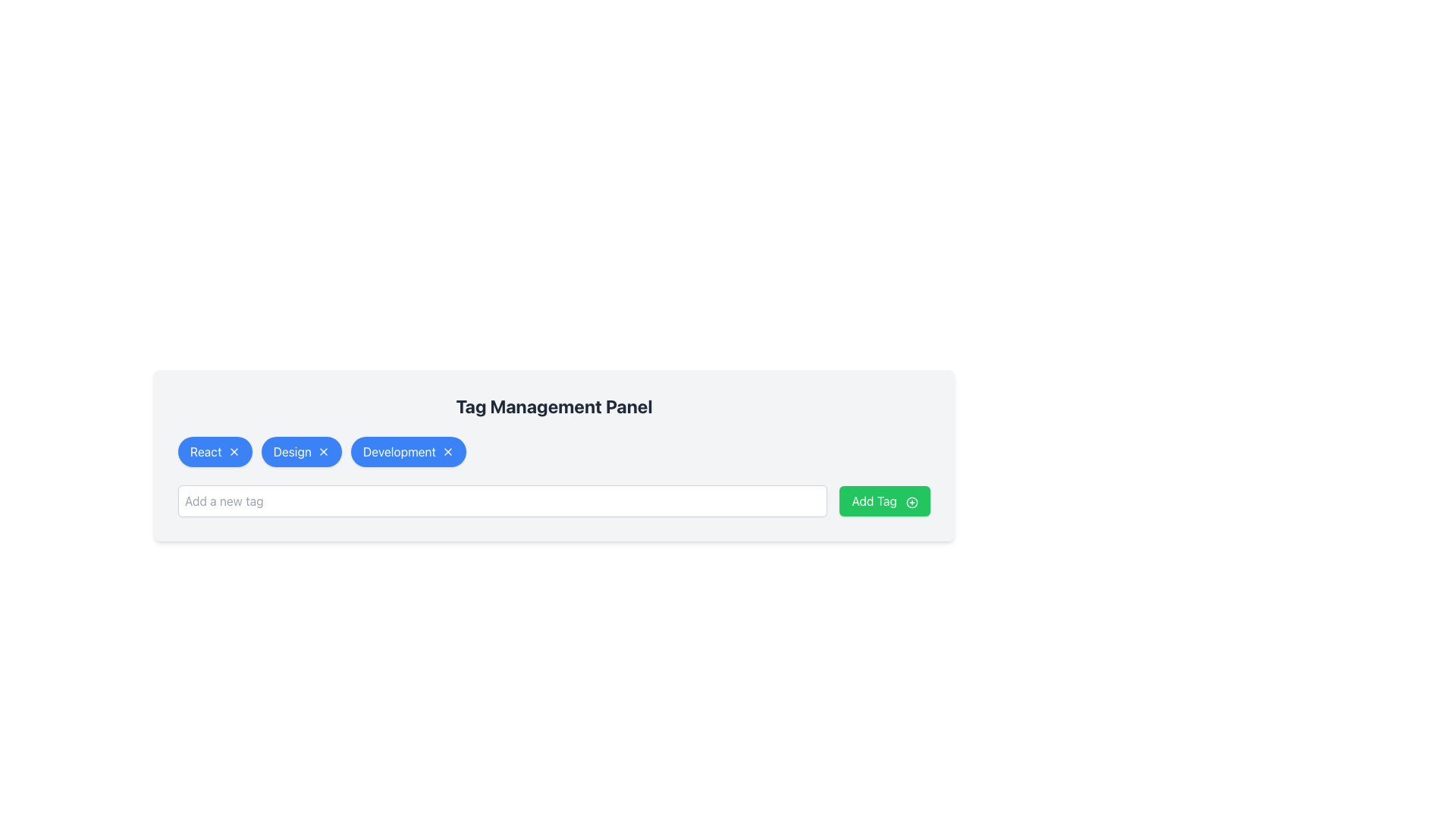  What do you see at coordinates (322, 451) in the screenshot?
I see `the Icon button that removes the 'Design' tag` at bounding box center [322, 451].